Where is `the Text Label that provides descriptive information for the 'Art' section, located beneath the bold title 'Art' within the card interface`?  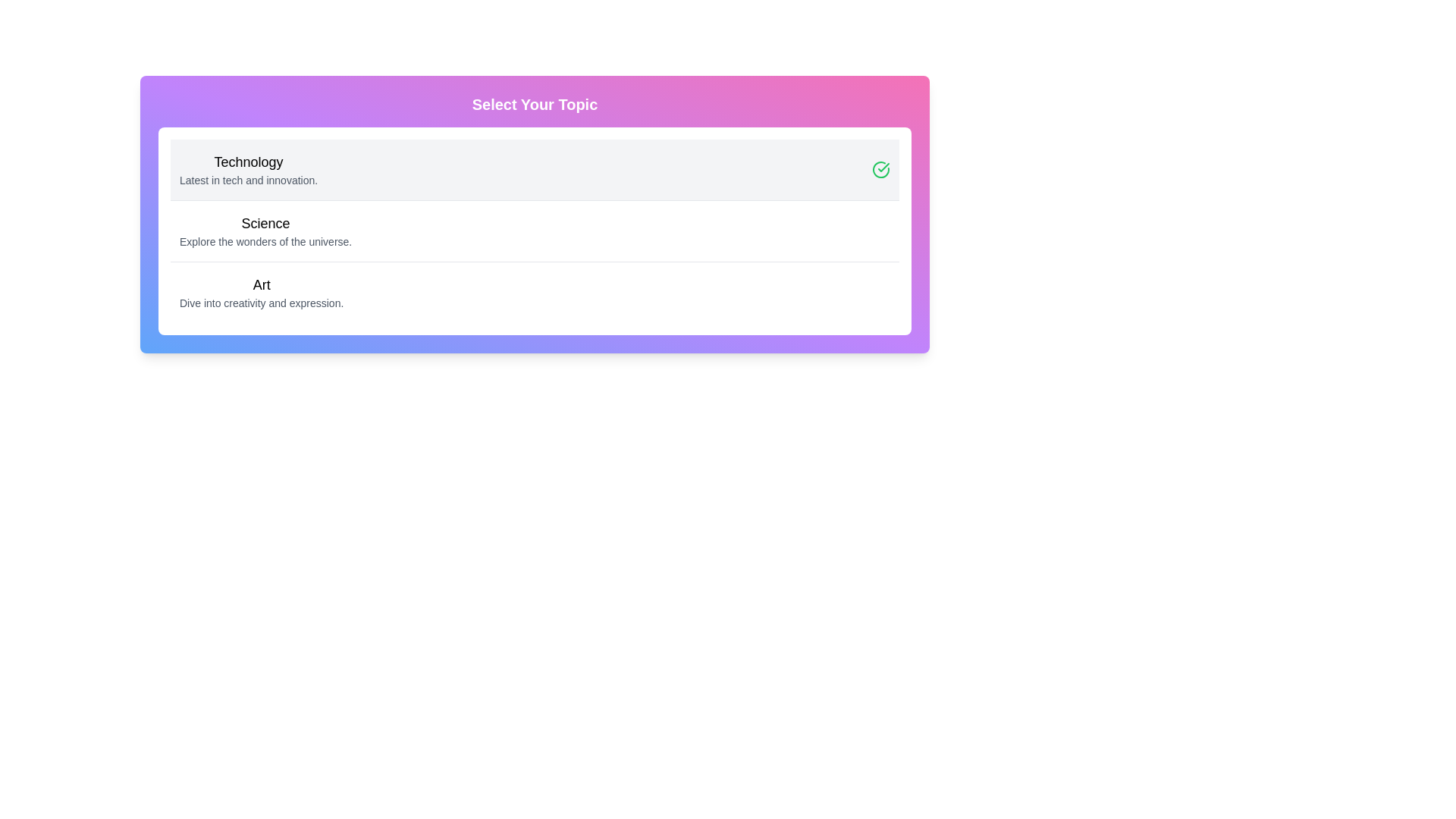 the Text Label that provides descriptive information for the 'Art' section, located beneath the bold title 'Art' within the card interface is located at coordinates (262, 303).